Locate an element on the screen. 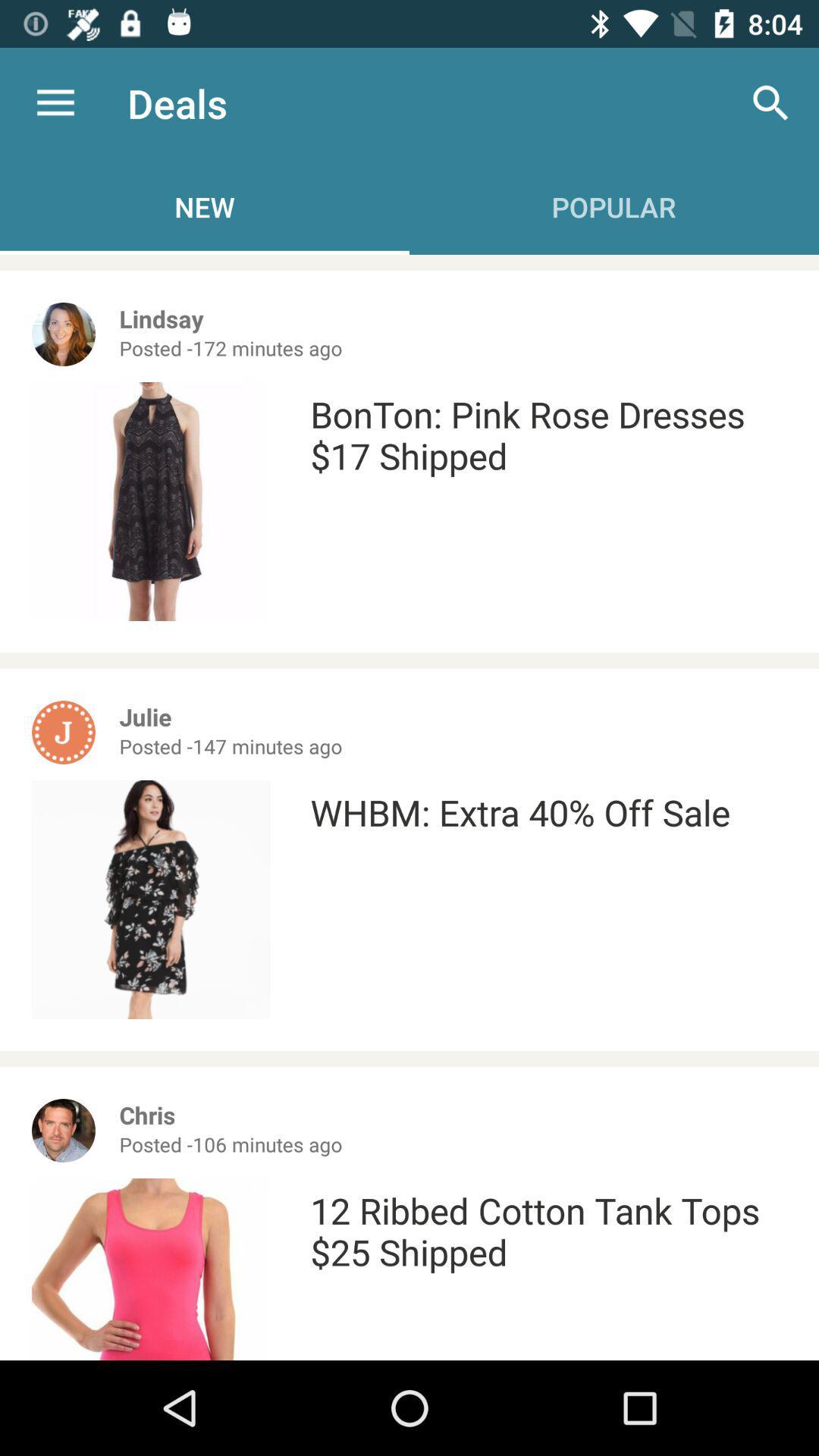 This screenshot has height=1456, width=819. the icon j in orange color is located at coordinates (63, 732).